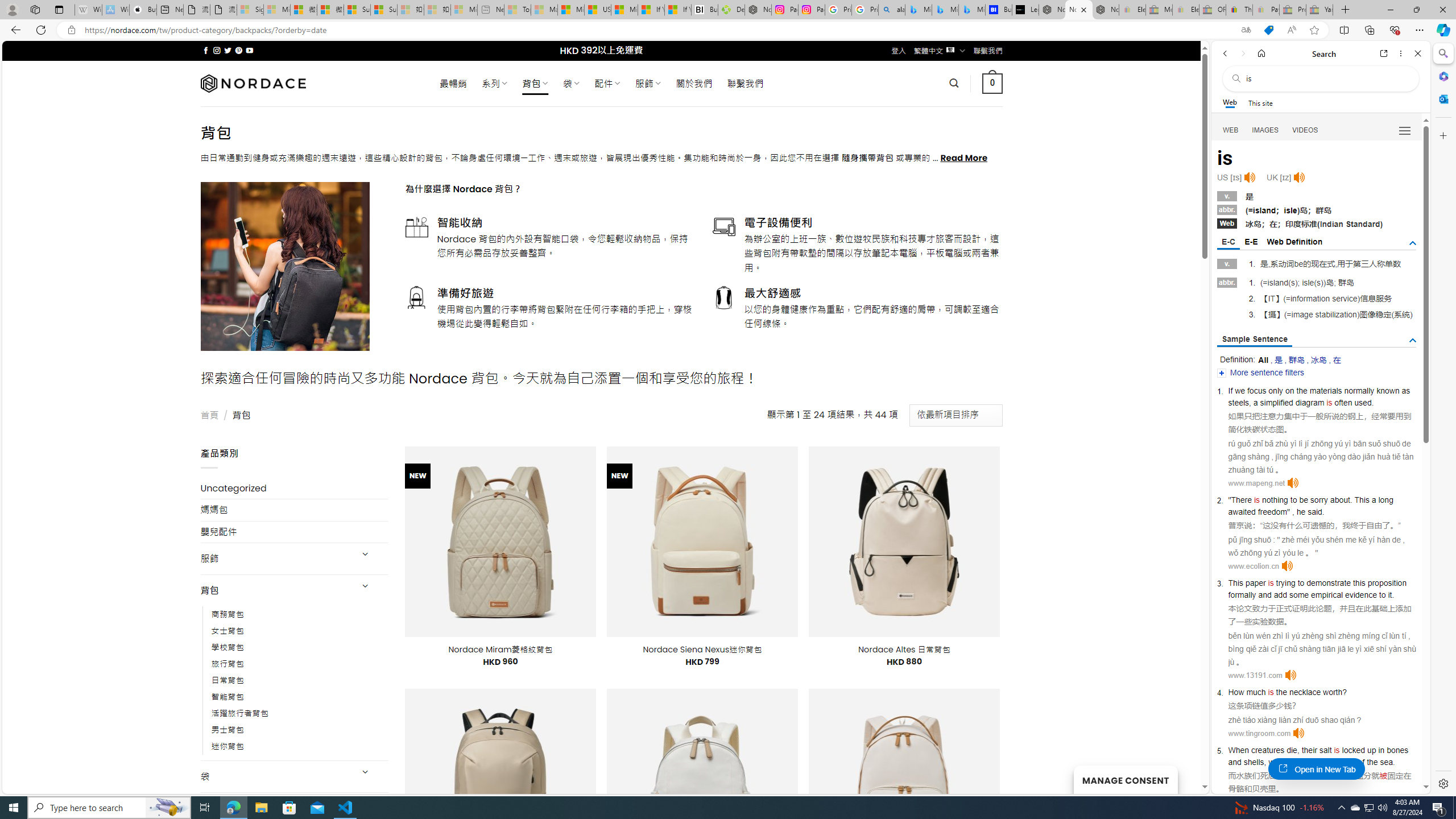 Image resolution: width=1456 pixels, height=819 pixels. What do you see at coordinates (237, 50) in the screenshot?
I see `'Follow on Pinterest'` at bounding box center [237, 50].